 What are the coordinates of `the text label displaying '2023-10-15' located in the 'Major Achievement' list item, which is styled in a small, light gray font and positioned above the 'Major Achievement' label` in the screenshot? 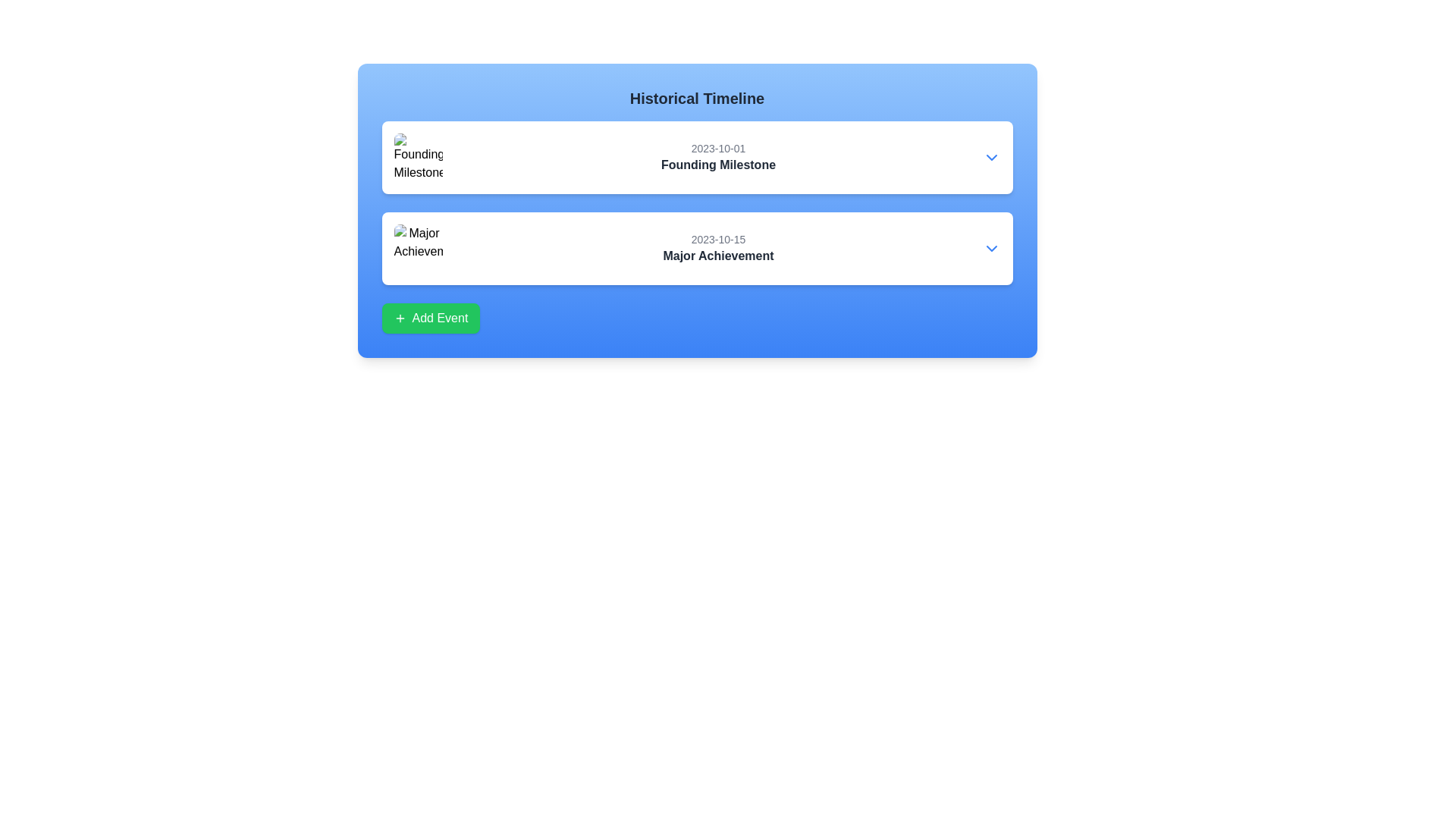 It's located at (717, 239).